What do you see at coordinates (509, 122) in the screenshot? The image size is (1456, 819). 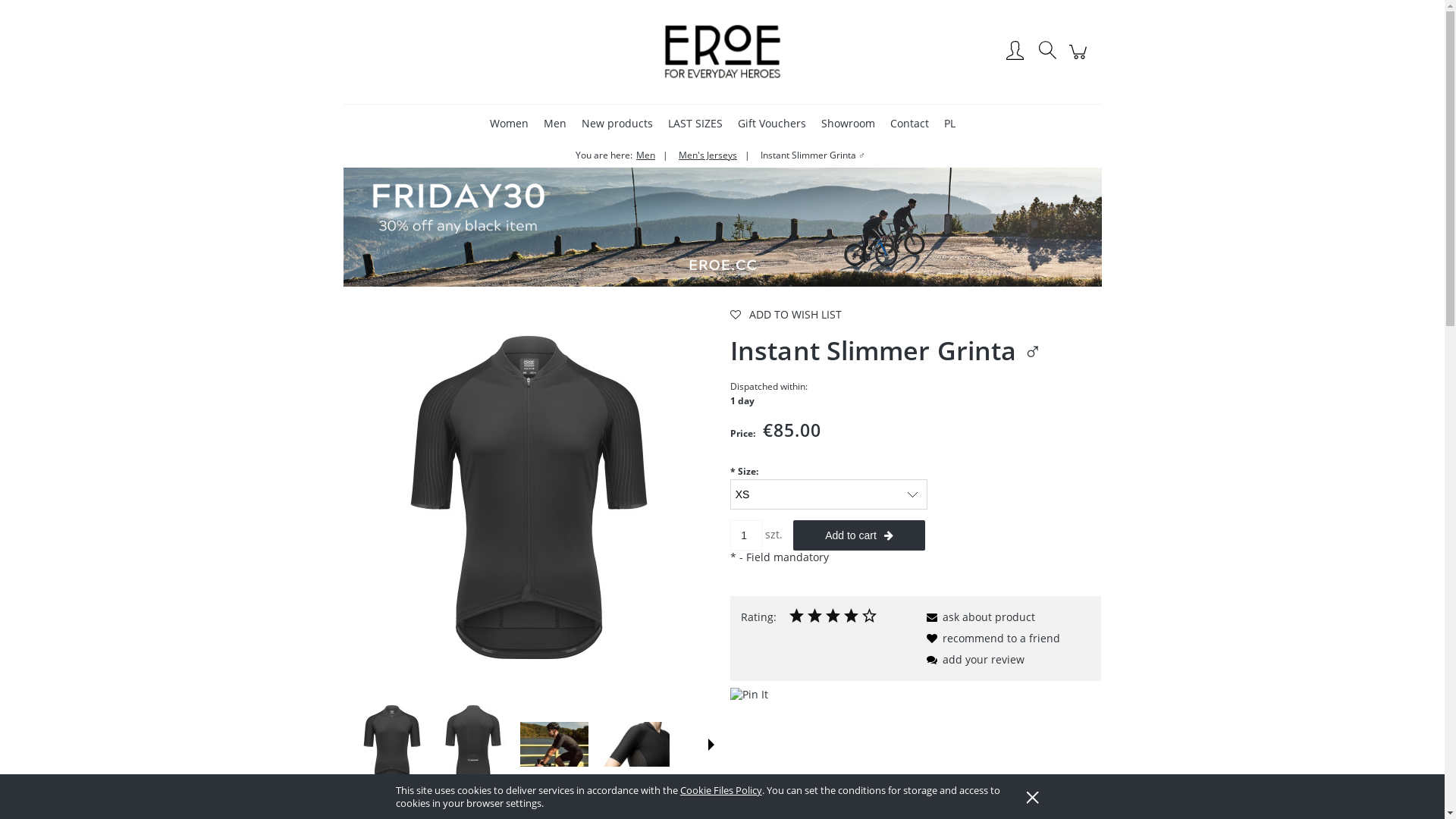 I see `'Women'` at bounding box center [509, 122].